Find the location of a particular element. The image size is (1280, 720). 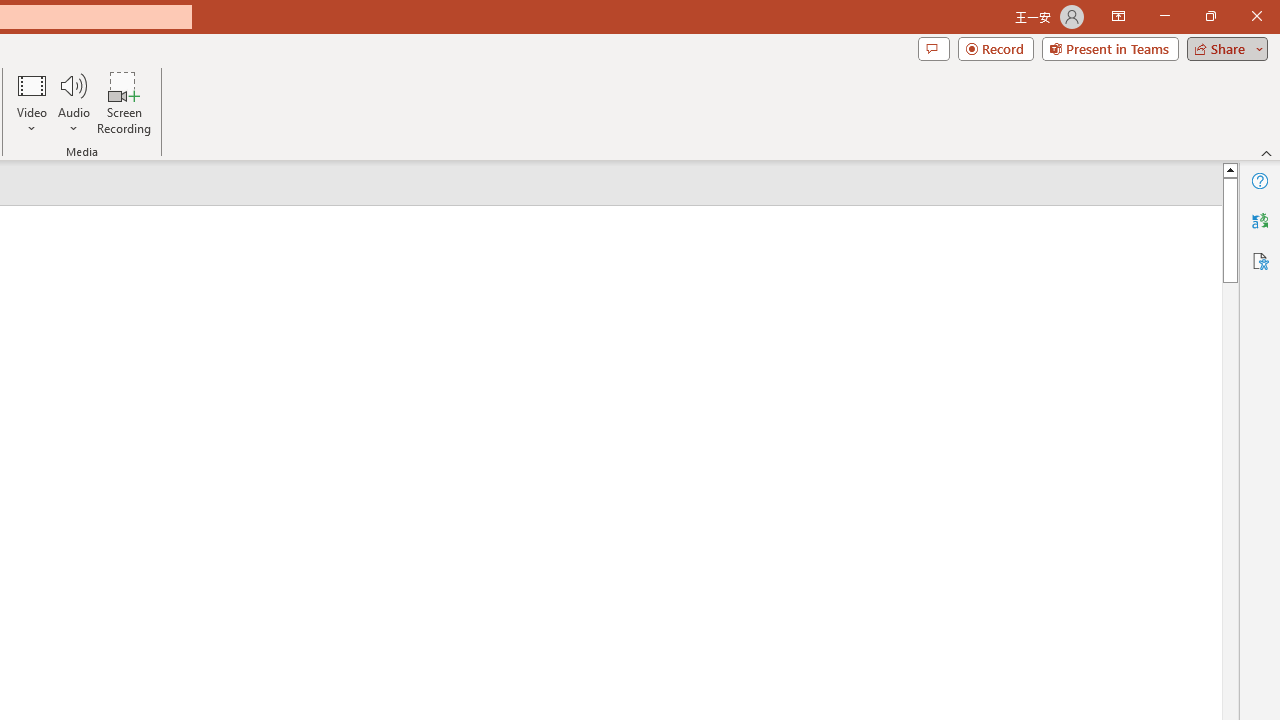

'Line up' is located at coordinates (1229, 168).